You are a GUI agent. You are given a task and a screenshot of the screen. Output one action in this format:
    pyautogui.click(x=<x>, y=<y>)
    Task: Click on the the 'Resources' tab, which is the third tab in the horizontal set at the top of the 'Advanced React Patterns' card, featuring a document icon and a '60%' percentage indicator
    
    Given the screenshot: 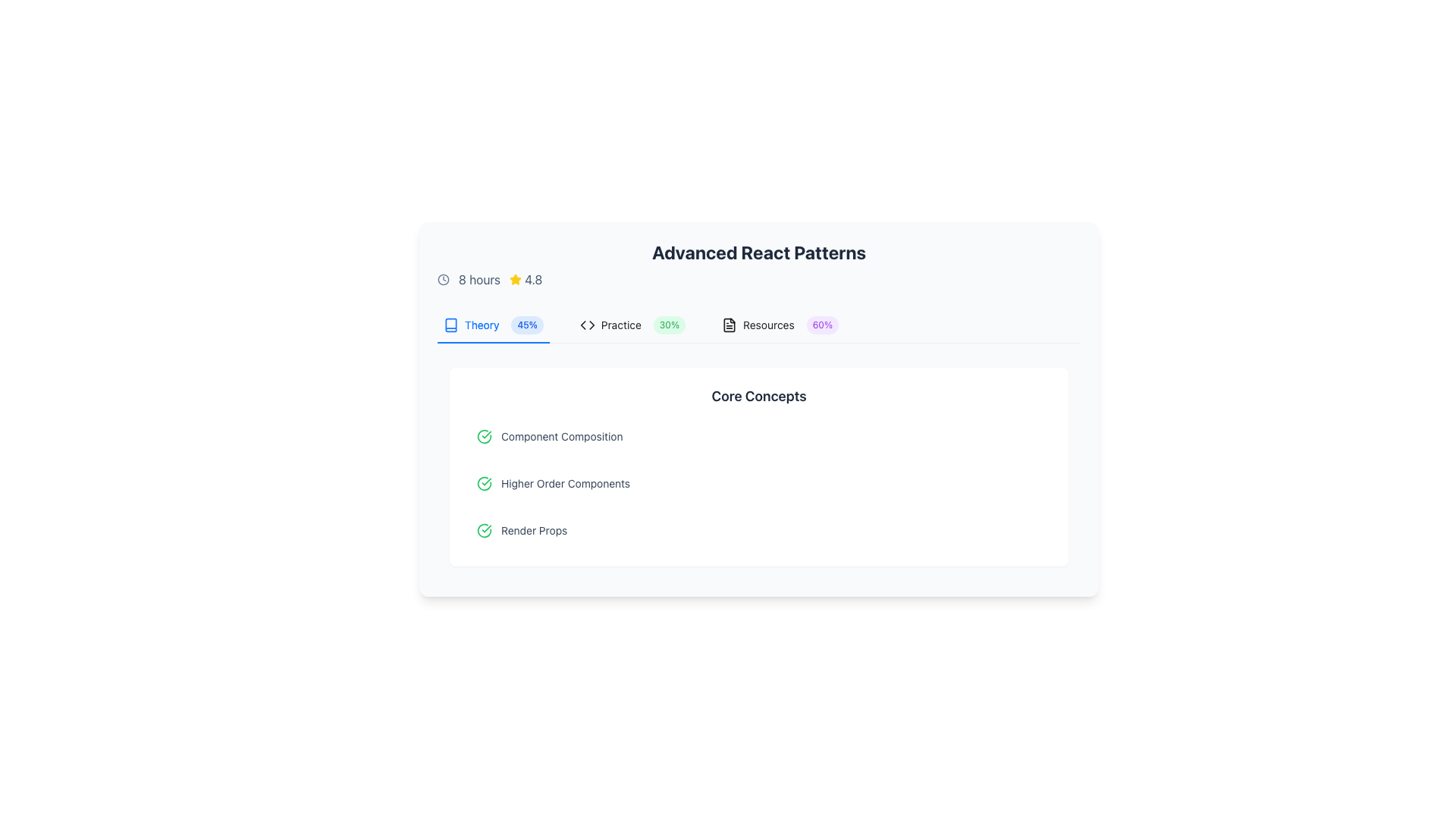 What is the action you would take?
    pyautogui.click(x=780, y=324)
    